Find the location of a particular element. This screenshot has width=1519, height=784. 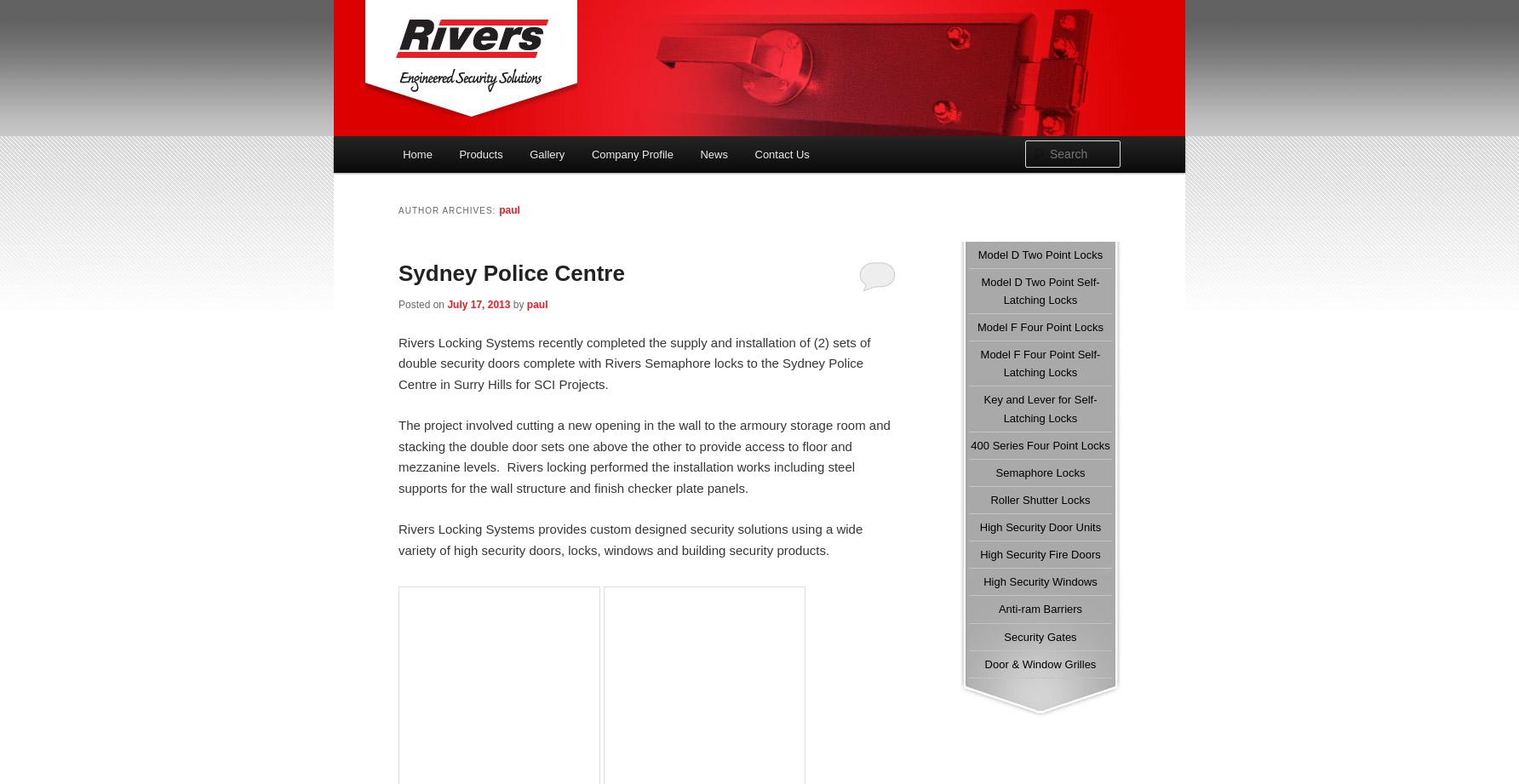

'Semaphore Locks' is located at coordinates (1040, 471).